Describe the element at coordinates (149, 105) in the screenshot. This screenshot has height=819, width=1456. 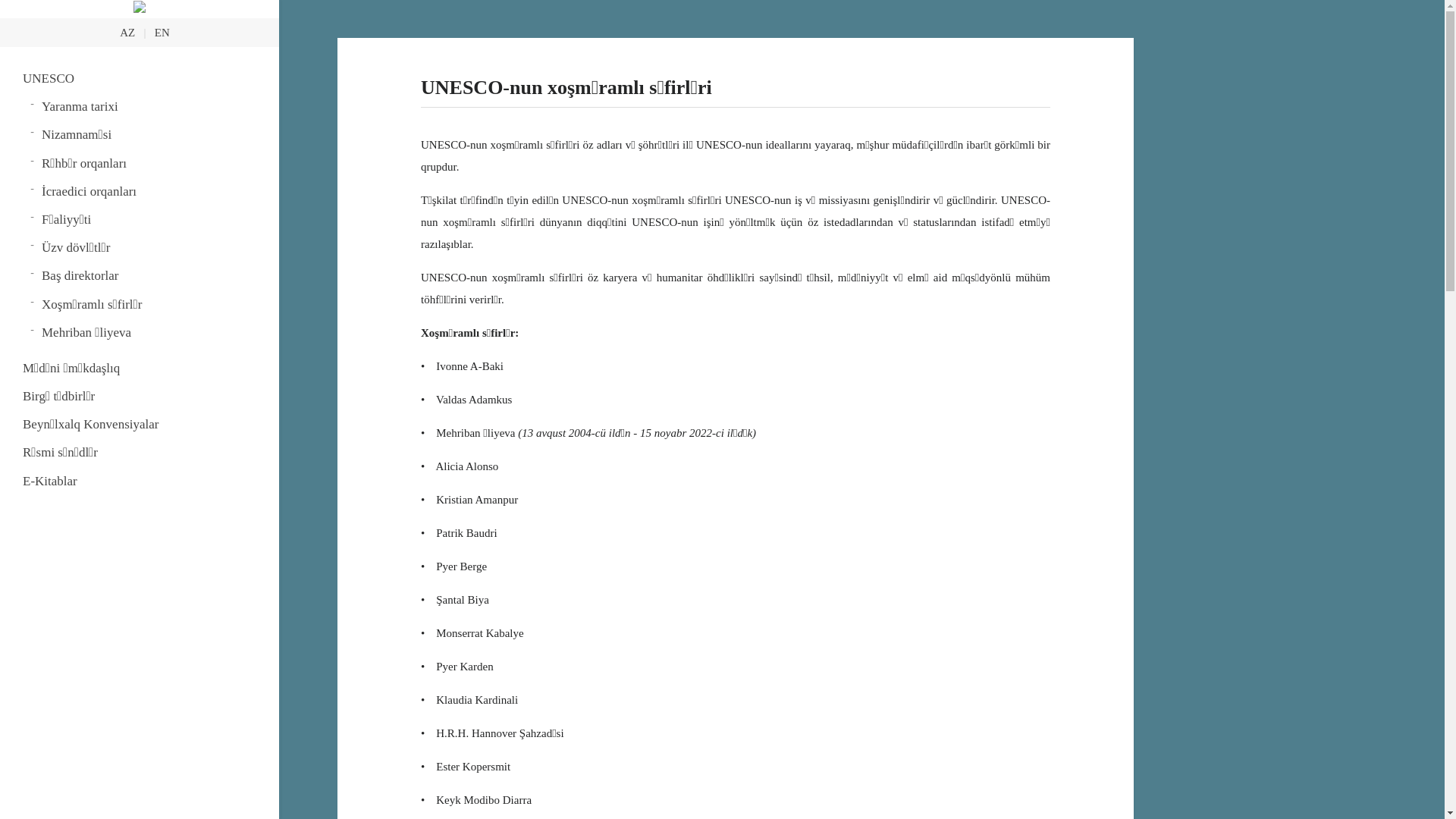
I see `'Yaranma tarixi'` at that location.